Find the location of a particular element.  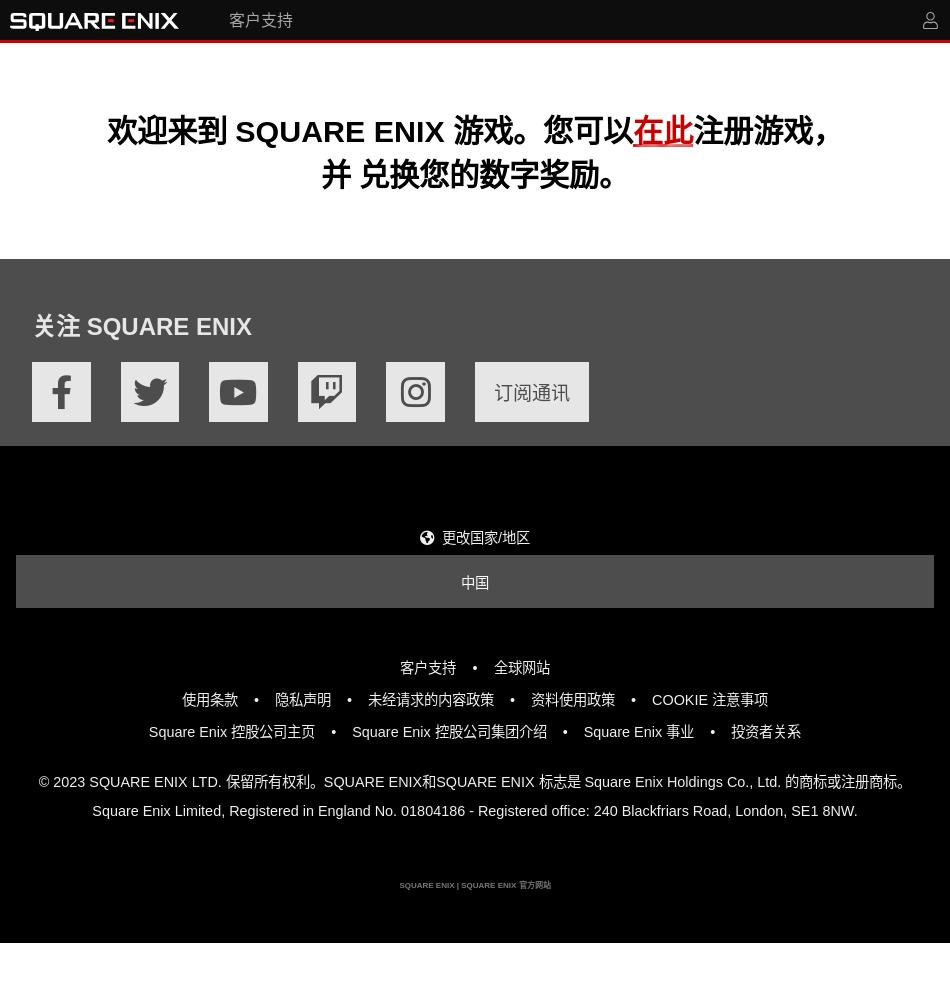

'Square Enix 控股公司集团介绍' is located at coordinates (447, 731).